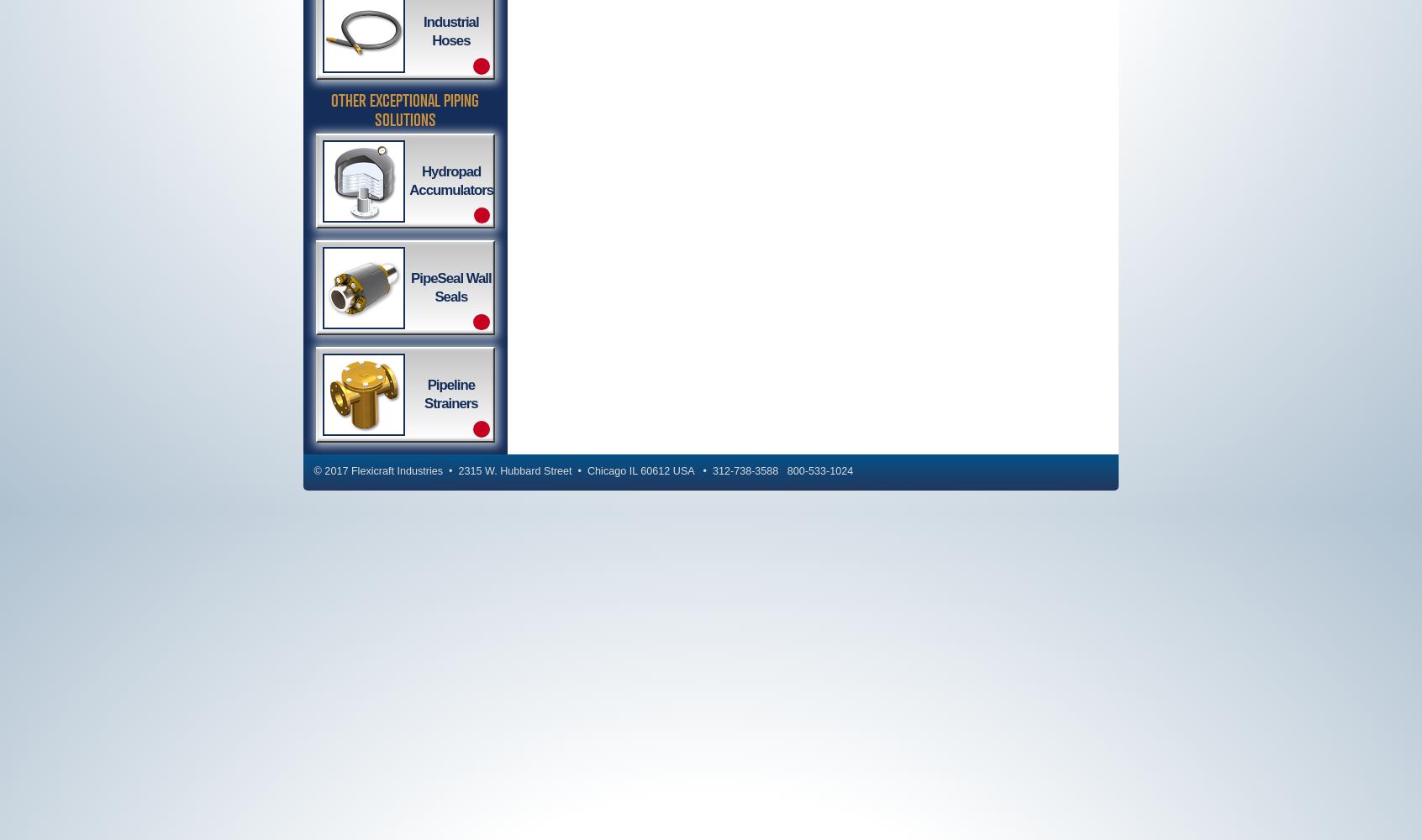  Describe the element at coordinates (631, 471) in the screenshot. I see `'IL'` at that location.